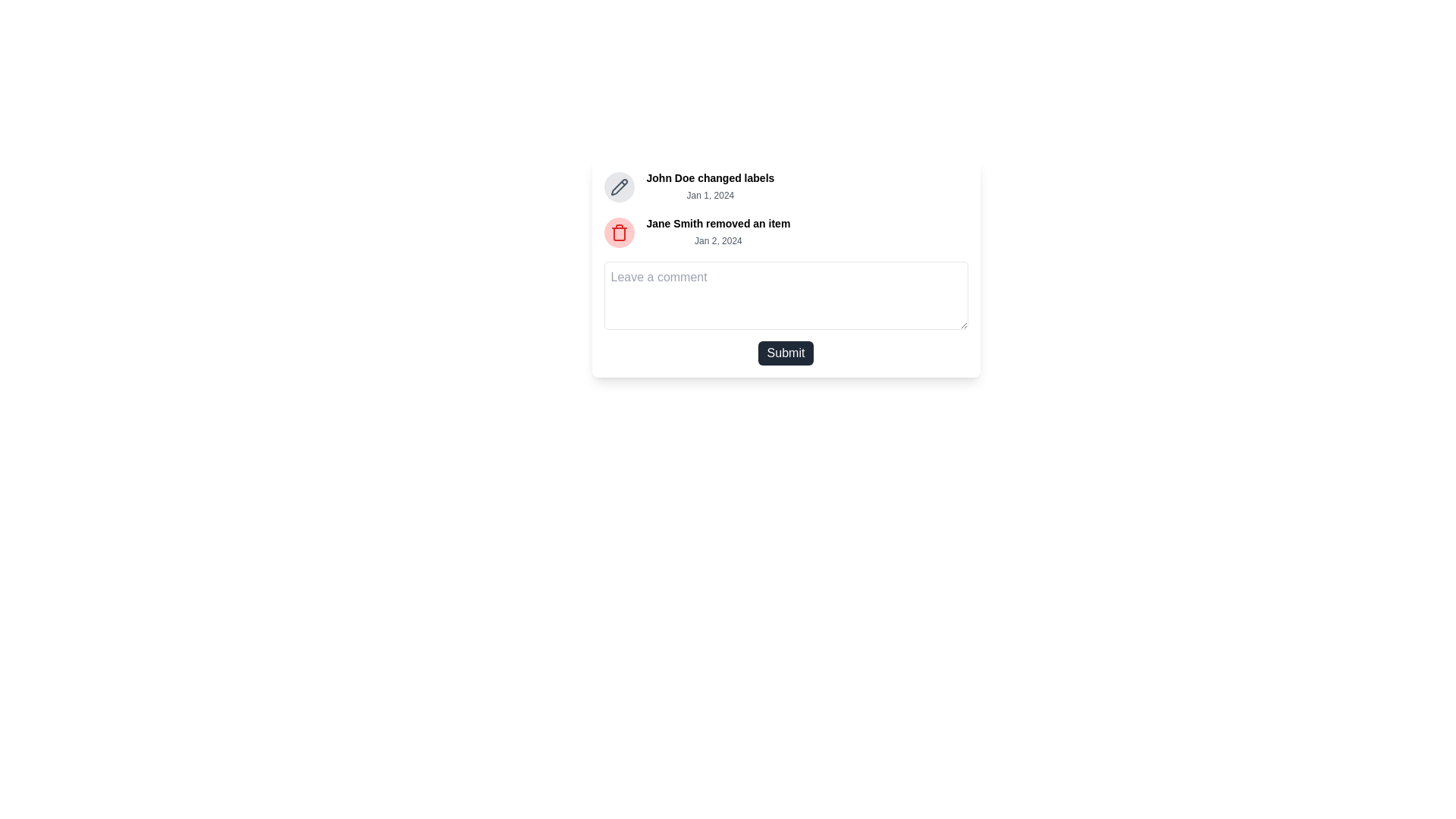 This screenshot has height=819, width=1456. Describe the element at coordinates (619, 186) in the screenshot. I see `the pencil-like icon used for editing or writing located on the left side of the notification or activity item row` at that location.